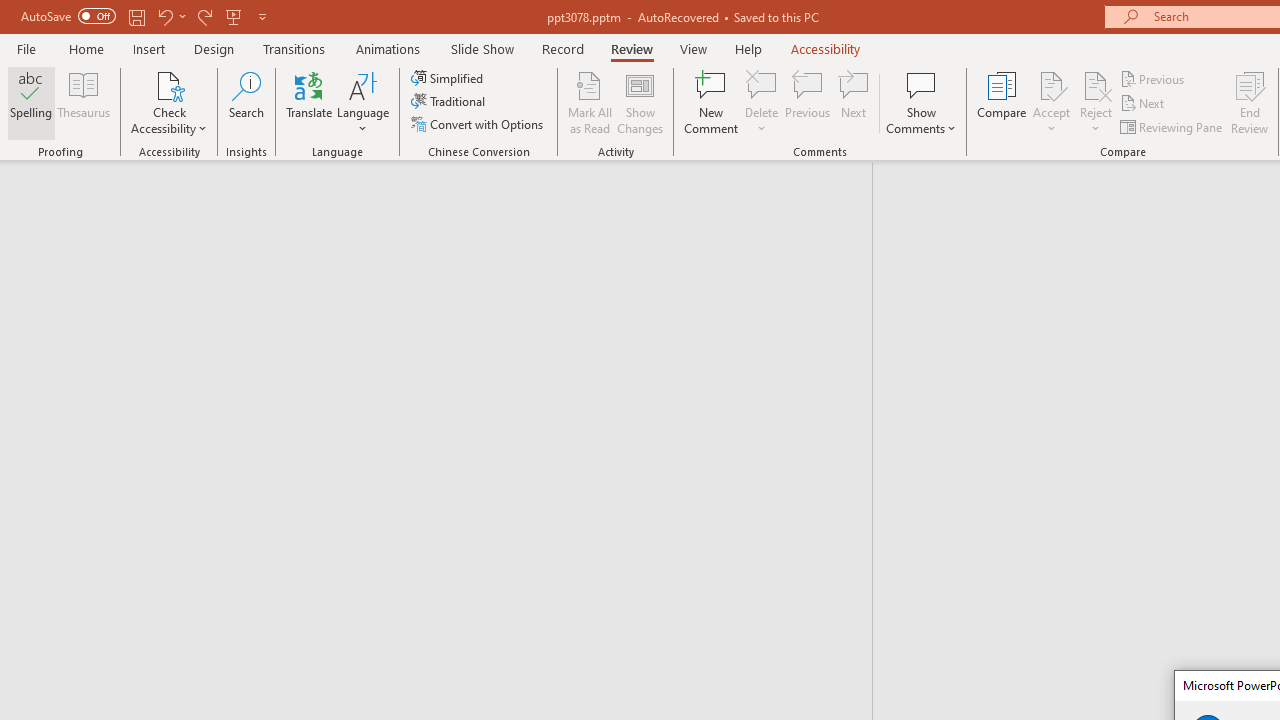  What do you see at coordinates (1002, 103) in the screenshot?
I see `'Compare'` at bounding box center [1002, 103].